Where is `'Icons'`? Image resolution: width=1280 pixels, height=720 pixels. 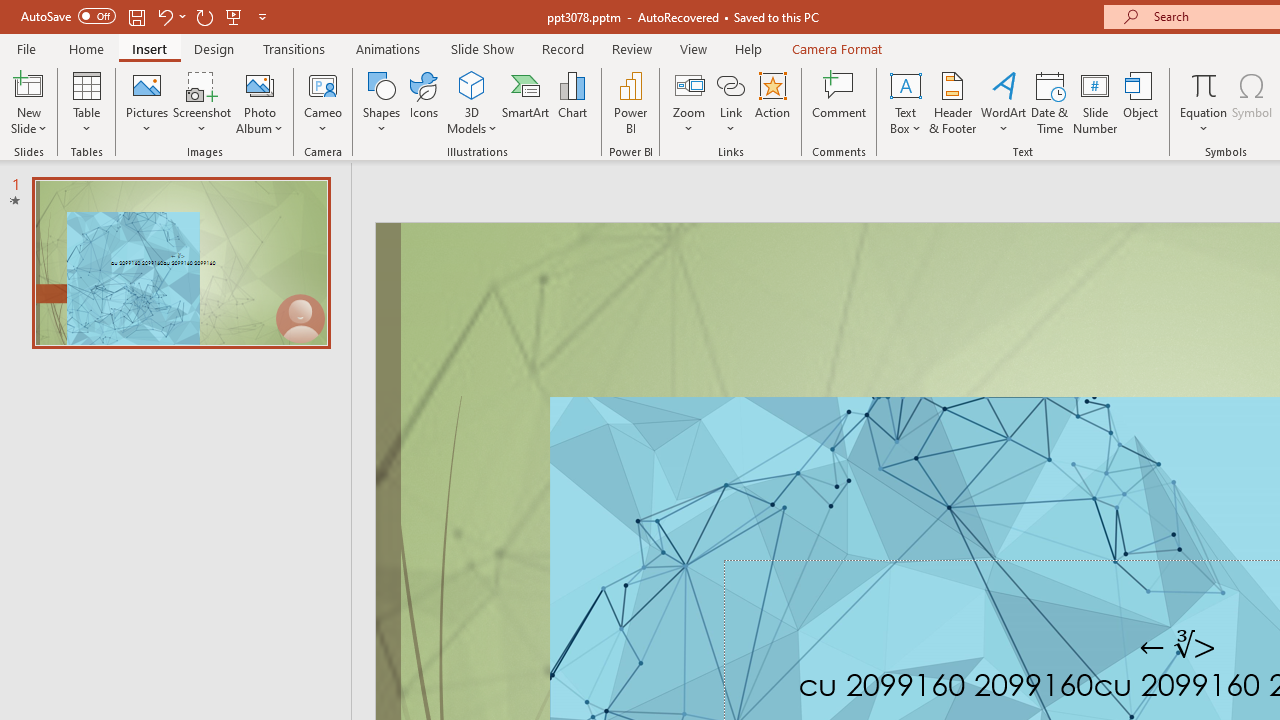
'Icons' is located at coordinates (423, 103).